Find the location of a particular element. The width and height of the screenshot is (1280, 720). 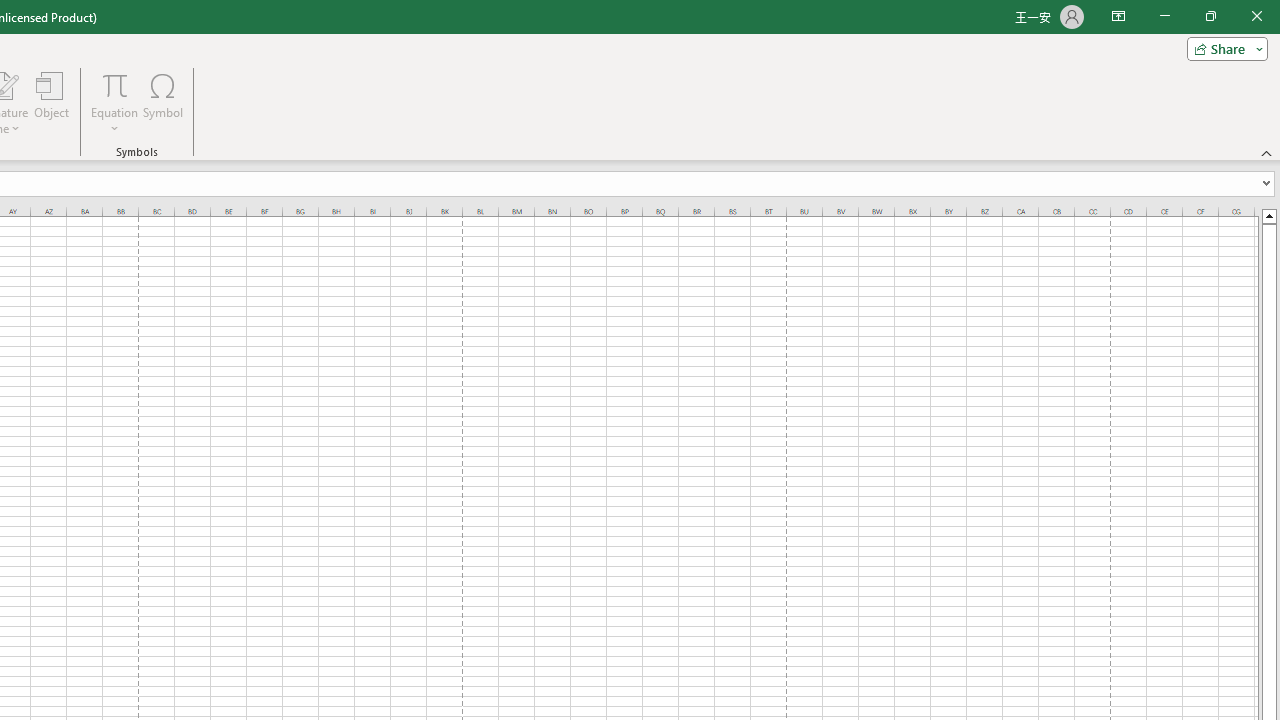

'Equation' is located at coordinates (114, 84).